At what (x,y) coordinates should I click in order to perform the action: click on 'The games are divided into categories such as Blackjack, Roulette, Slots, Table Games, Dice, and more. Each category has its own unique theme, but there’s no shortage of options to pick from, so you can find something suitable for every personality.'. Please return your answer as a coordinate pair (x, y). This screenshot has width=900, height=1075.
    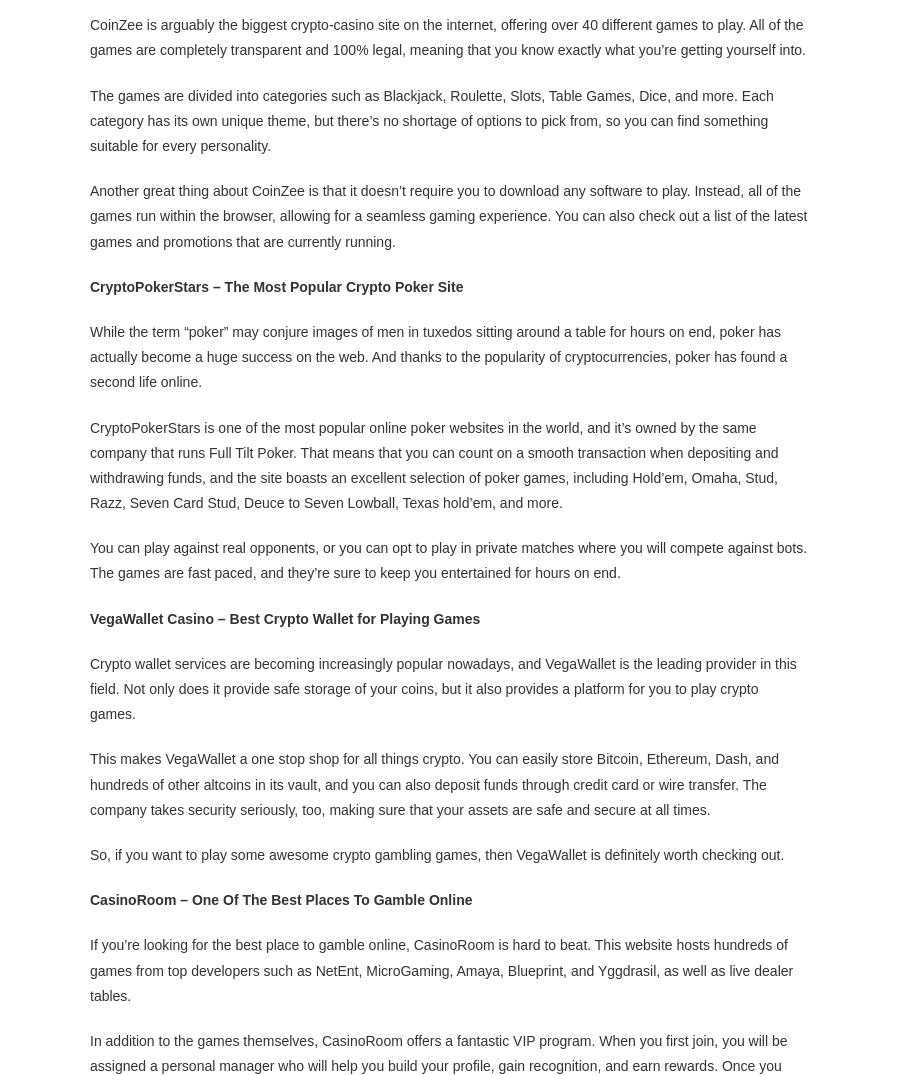
    Looking at the image, I should click on (89, 118).